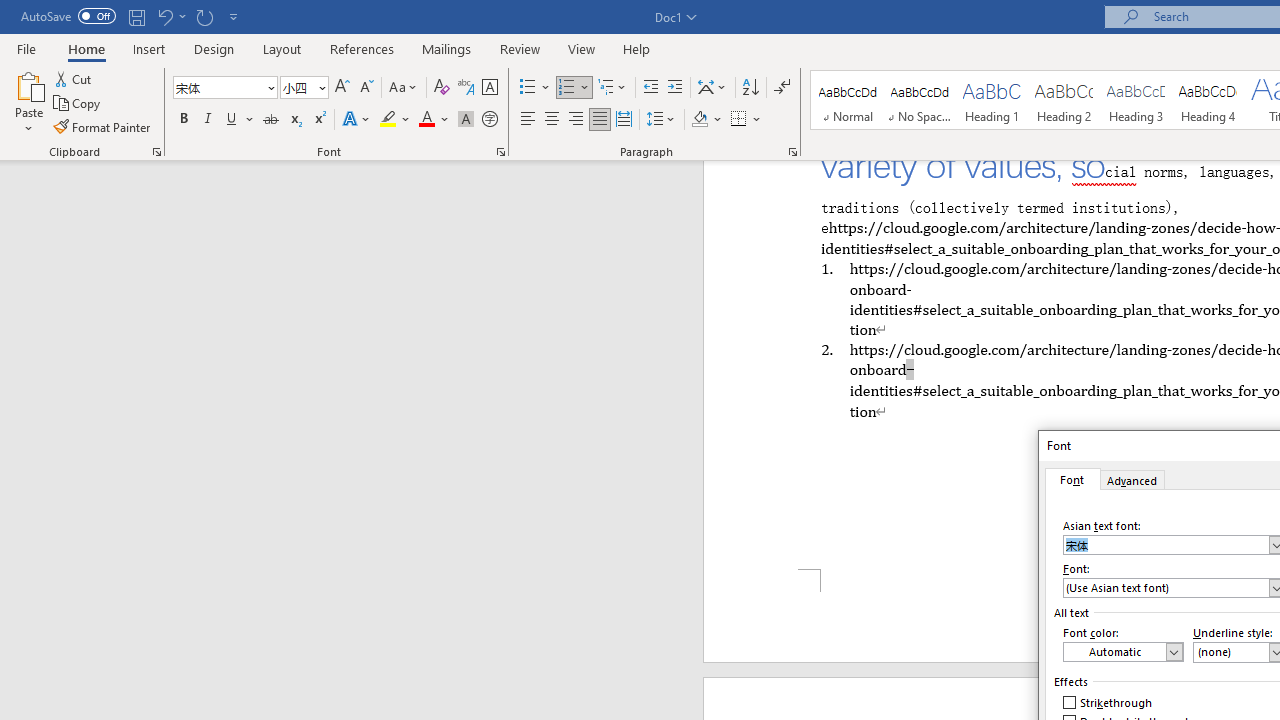 Image resolution: width=1280 pixels, height=720 pixels. I want to click on 'Justify', so click(598, 119).